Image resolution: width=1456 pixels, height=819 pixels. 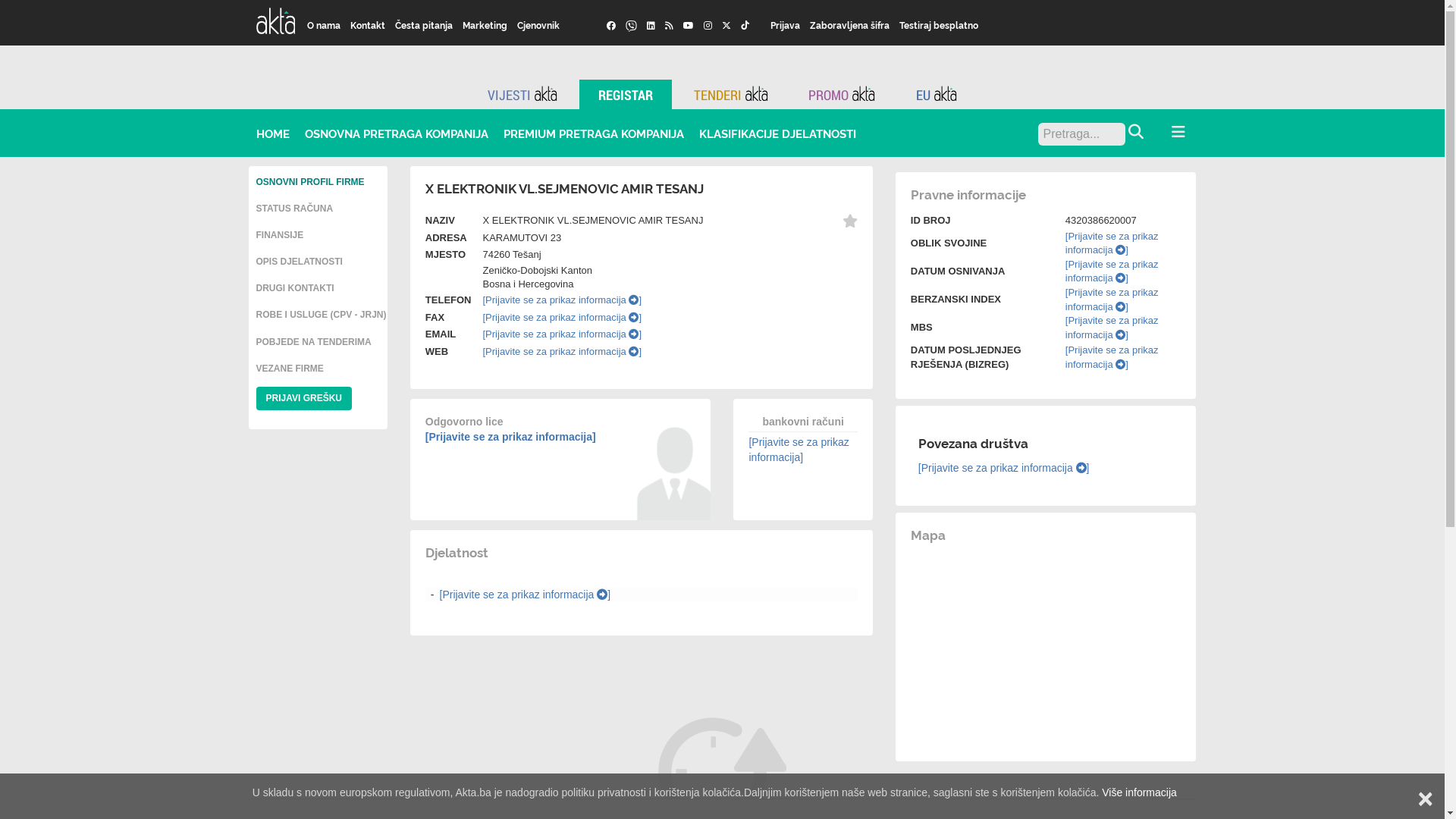 What do you see at coordinates (935, 94) in the screenshot?
I see `'EU'` at bounding box center [935, 94].